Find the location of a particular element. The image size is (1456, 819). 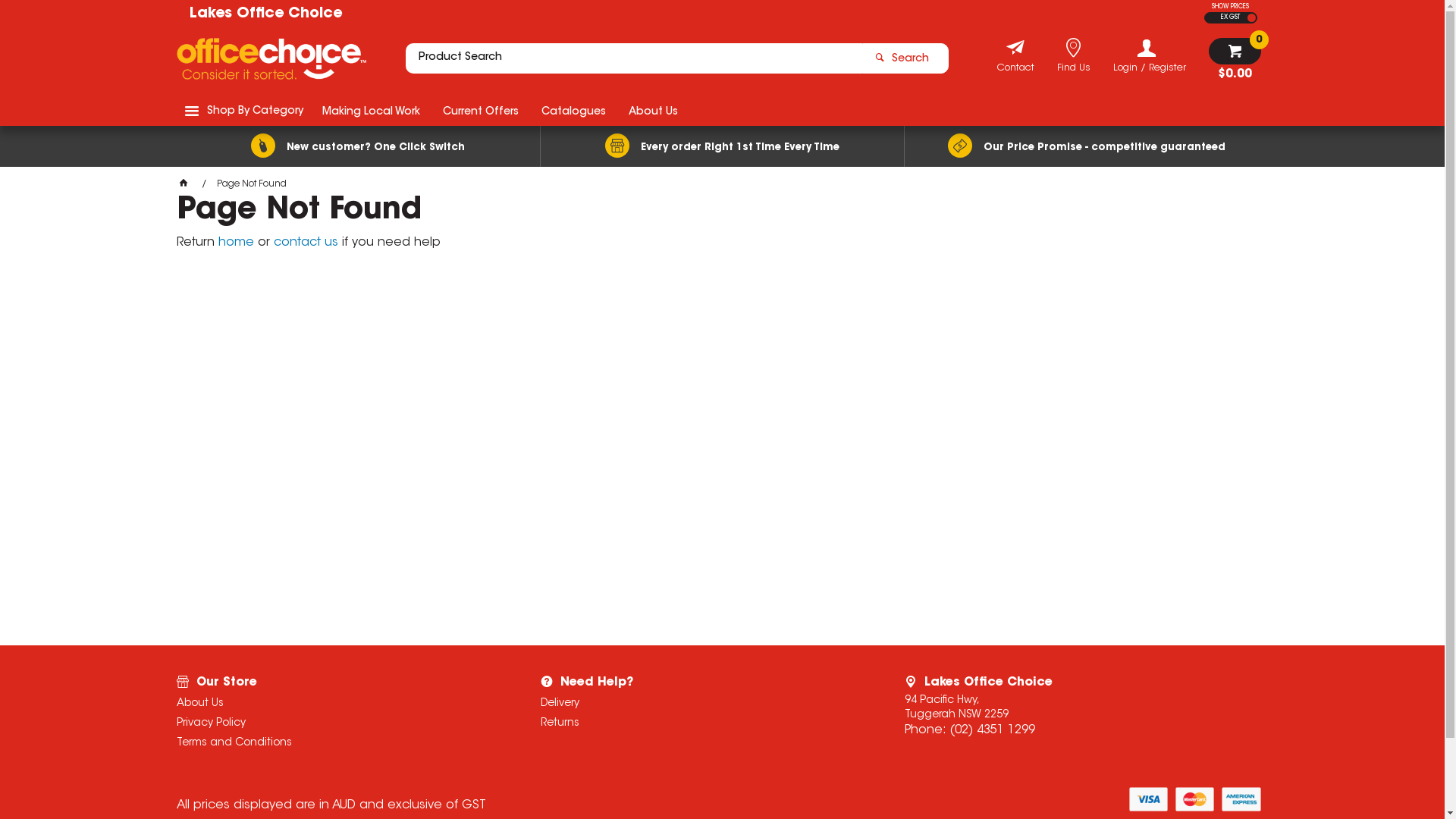

'Search' is located at coordinates (905, 58).